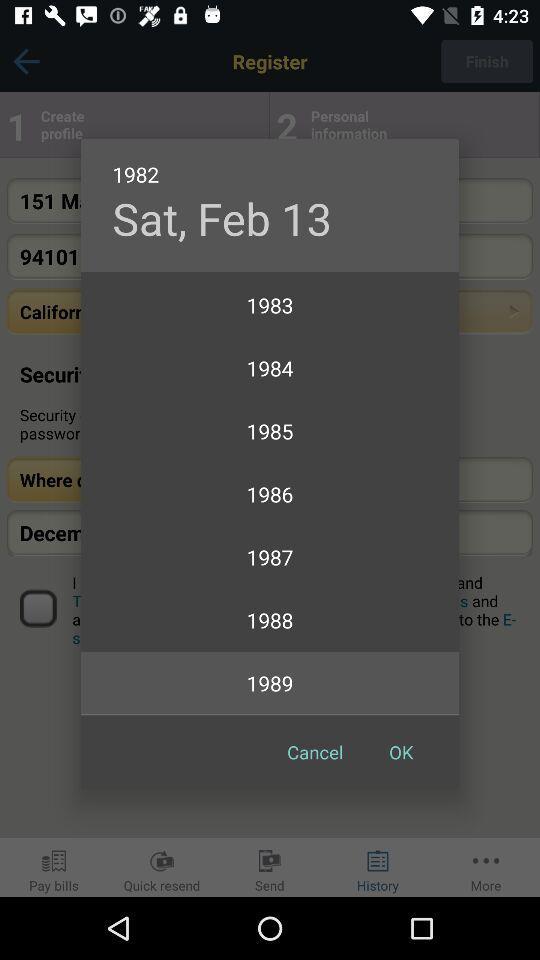 This screenshot has width=540, height=960. I want to click on item below the 1990 app, so click(401, 751).